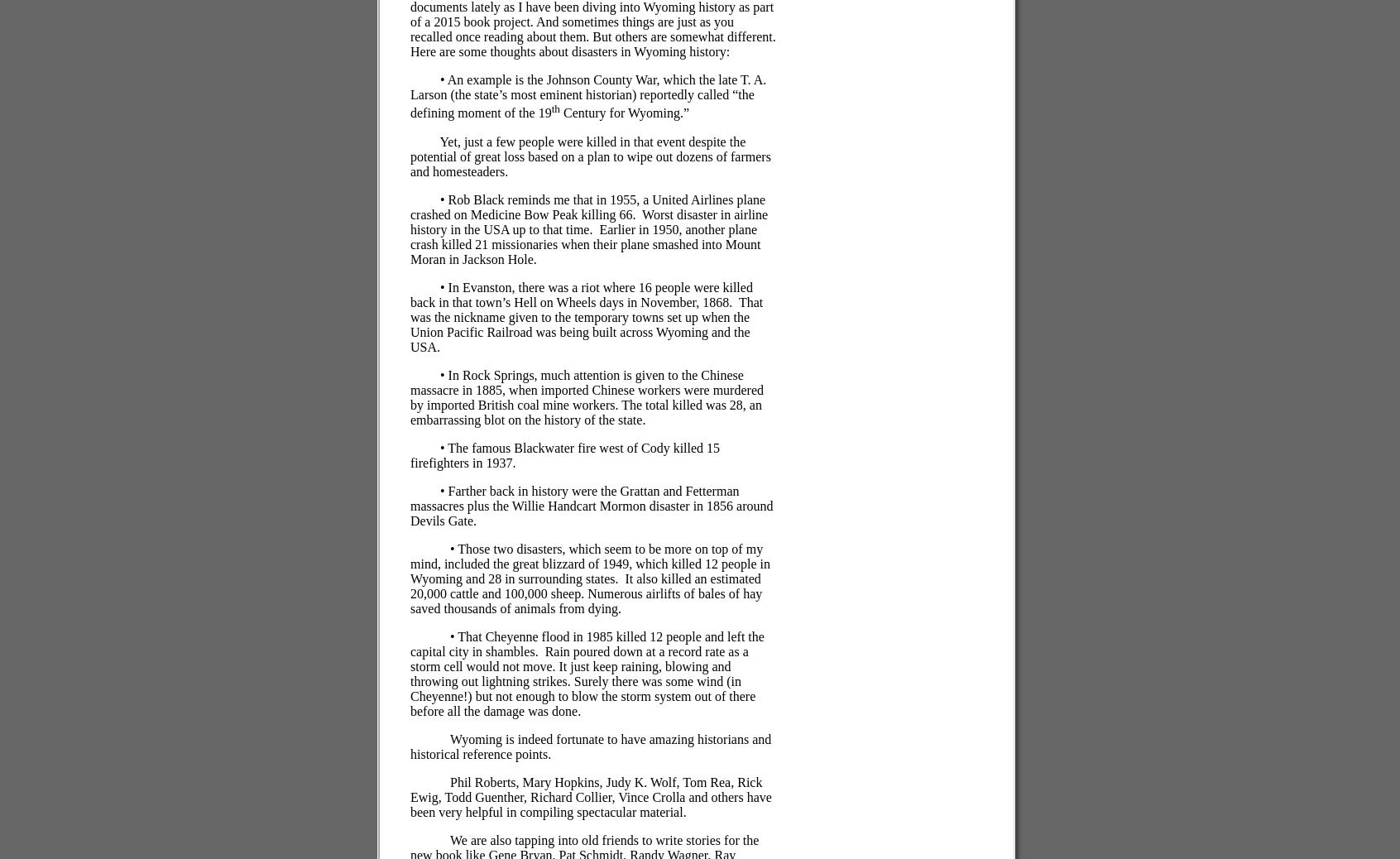  Describe the element at coordinates (587, 205) in the screenshot. I see `'• Rob Black
reminds me that in 1955, a United Airlines plane crashed on Medicine Bow Peak
killing 66.'` at that location.